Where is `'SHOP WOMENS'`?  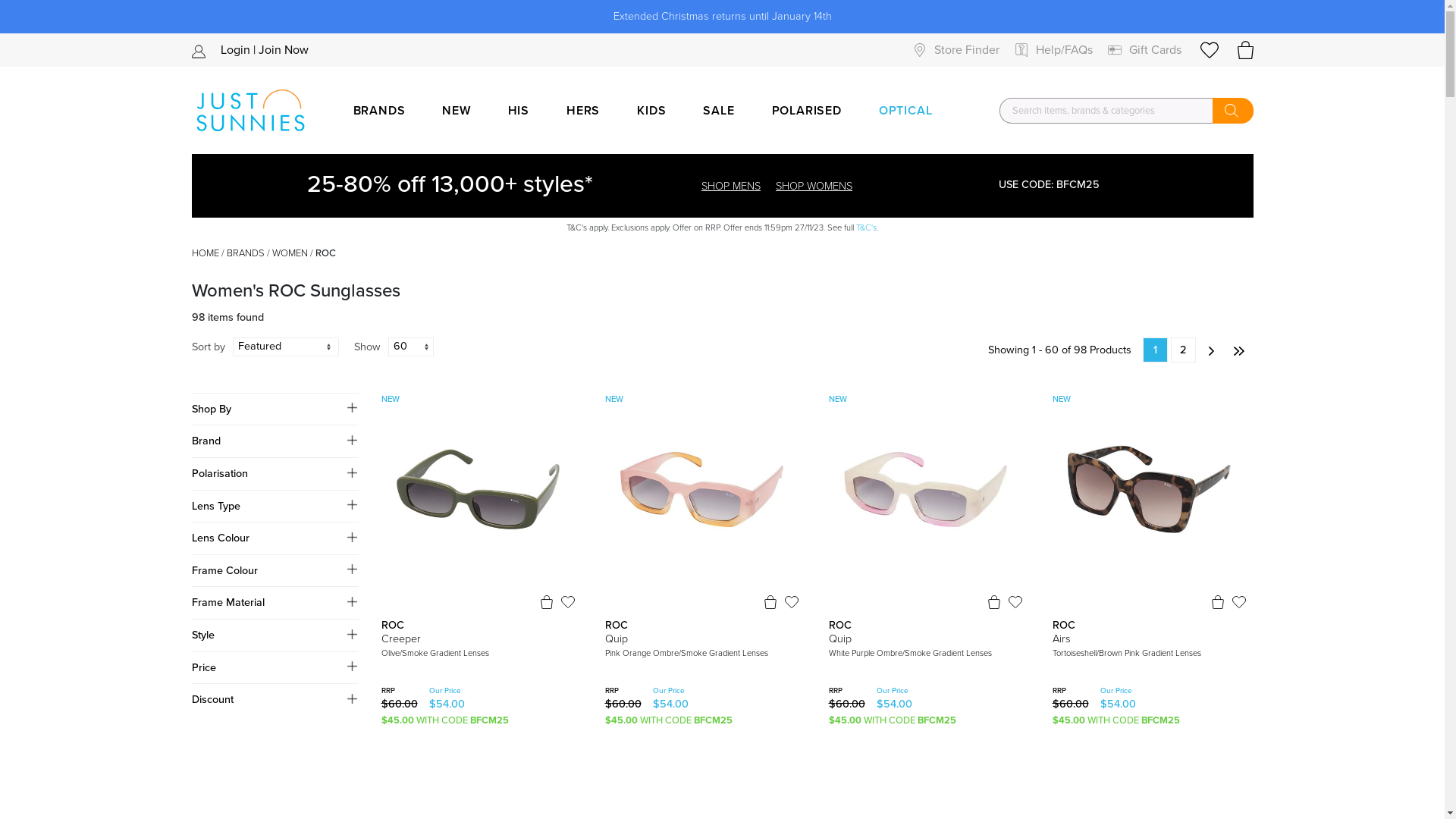 'SHOP WOMENS' is located at coordinates (813, 185).